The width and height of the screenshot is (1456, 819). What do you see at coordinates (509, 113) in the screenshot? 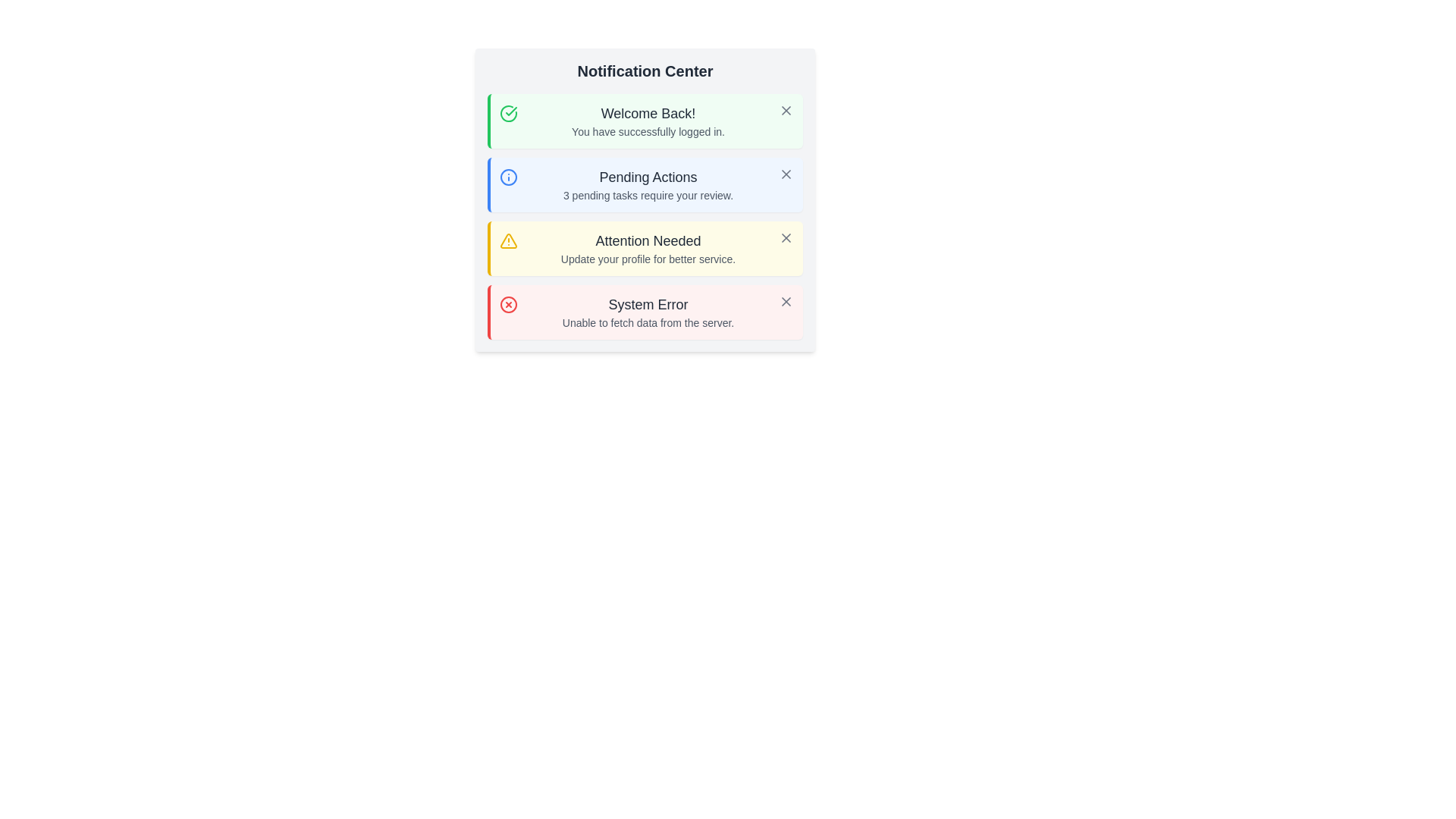
I see `the green checkmark icon embedded within the notification box at the top of the list, located to the left of the text 'Welcome Back!'` at bounding box center [509, 113].